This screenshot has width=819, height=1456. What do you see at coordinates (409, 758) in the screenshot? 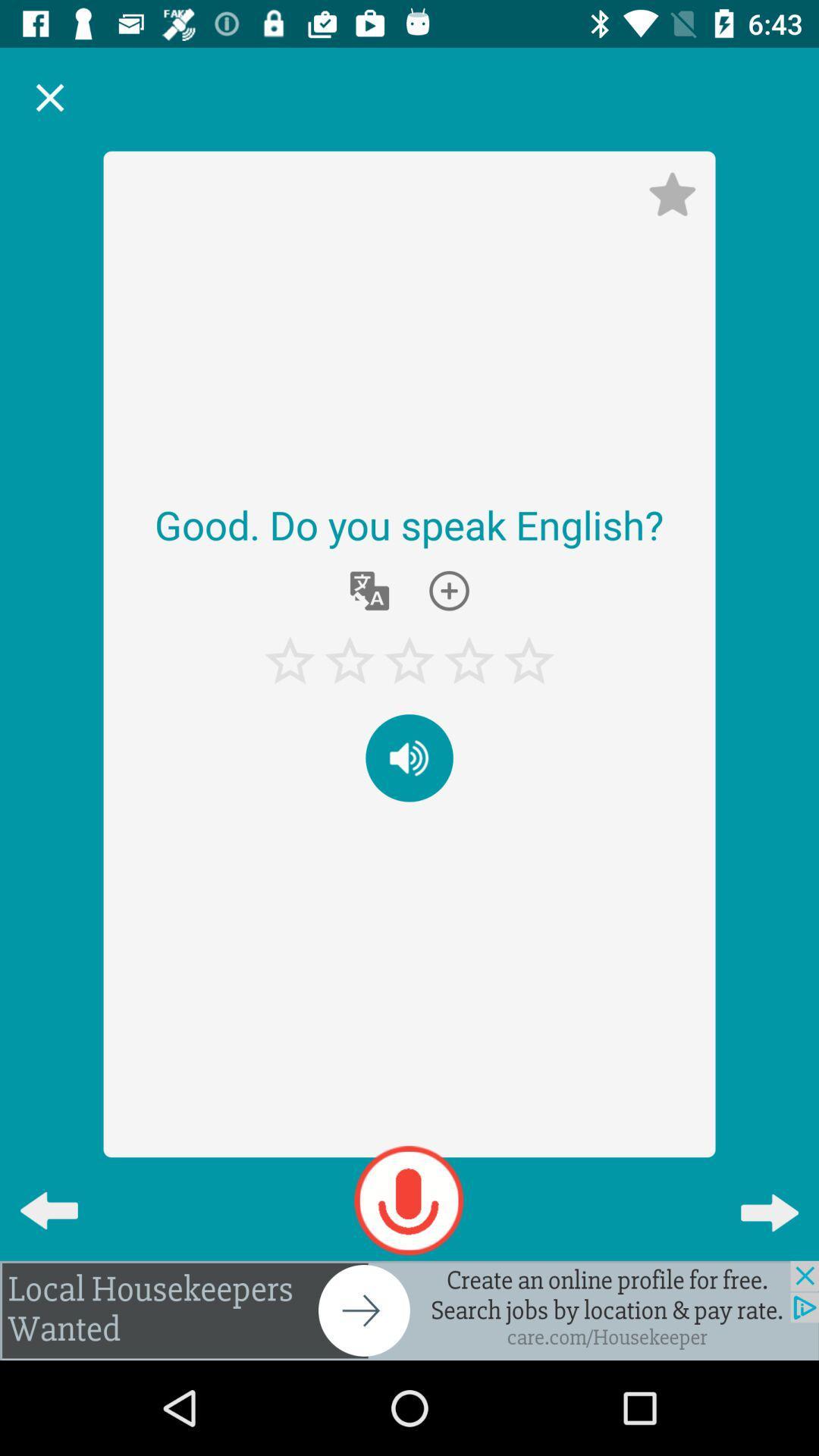
I see `the volume icon` at bounding box center [409, 758].